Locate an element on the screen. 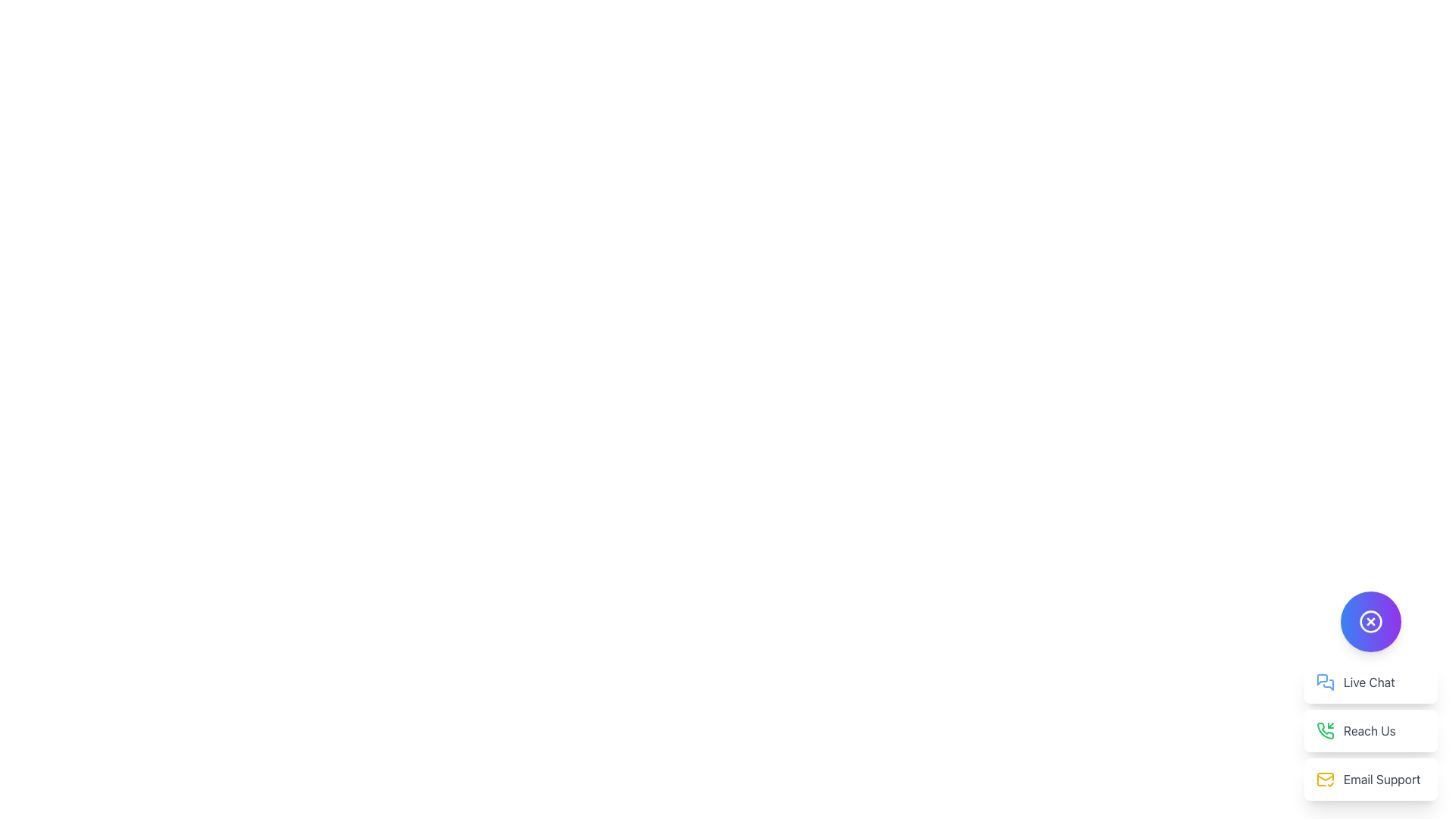  the 'Reach Us' button, which is a white rectangular button with a green phone icon and grey text, located in the center-right portion of the interface, below 'Live Chat' is located at coordinates (1371, 730).